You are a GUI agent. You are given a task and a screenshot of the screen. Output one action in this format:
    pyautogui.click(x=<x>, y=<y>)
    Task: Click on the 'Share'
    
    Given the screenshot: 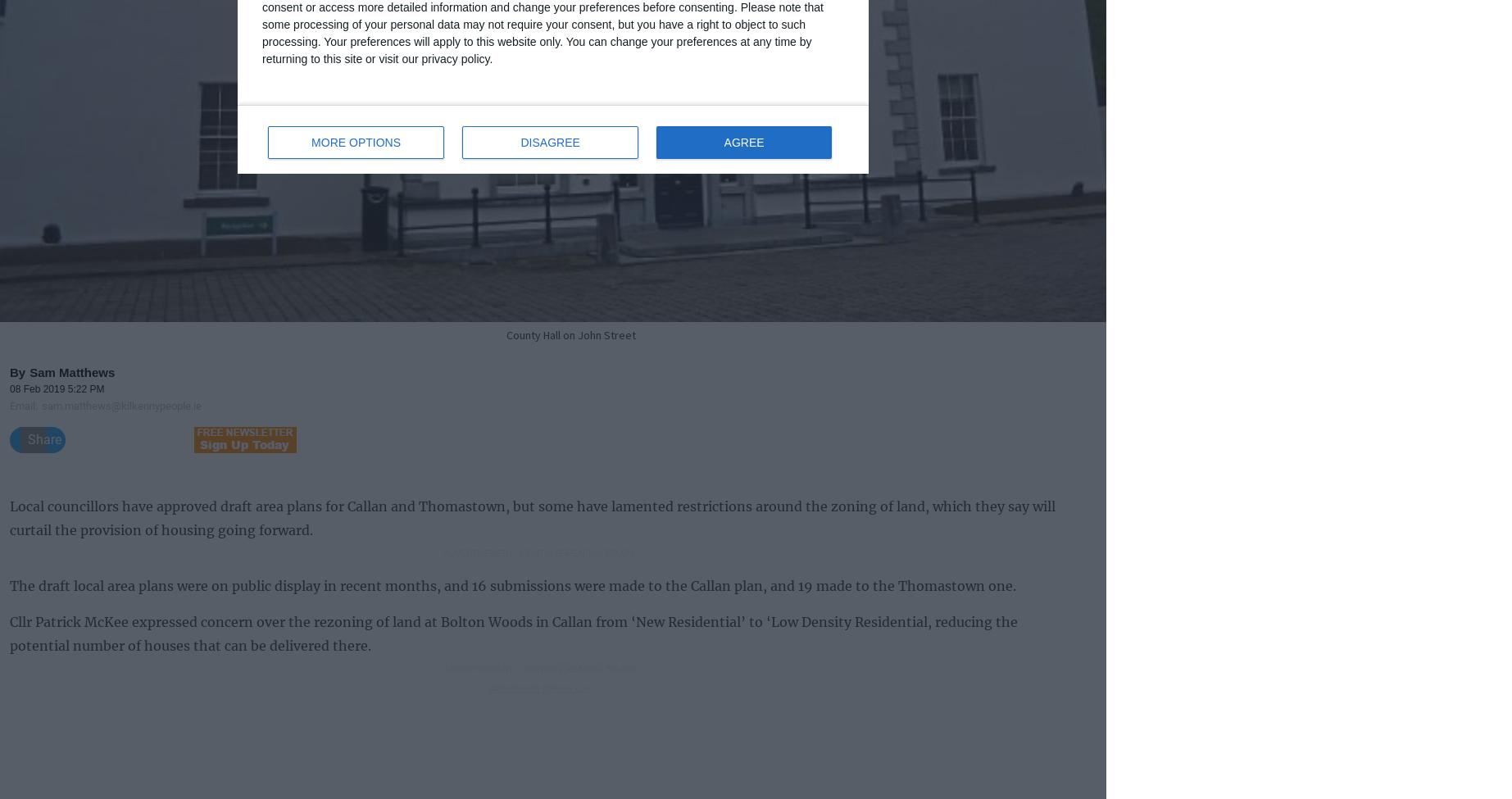 What is the action you would take?
    pyautogui.click(x=44, y=438)
    